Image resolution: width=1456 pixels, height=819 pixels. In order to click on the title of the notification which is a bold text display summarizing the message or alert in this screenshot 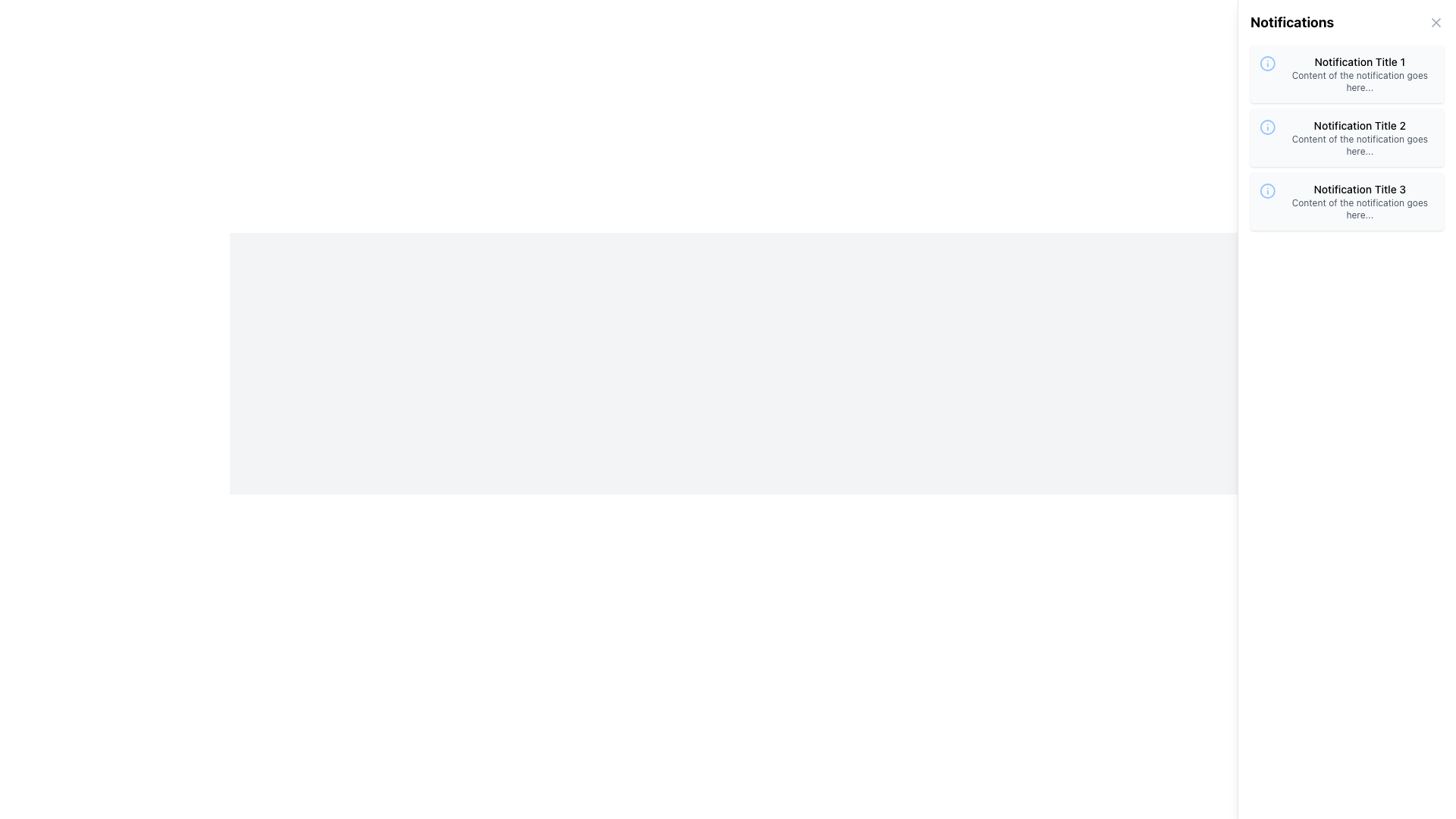, I will do `click(1360, 189)`.